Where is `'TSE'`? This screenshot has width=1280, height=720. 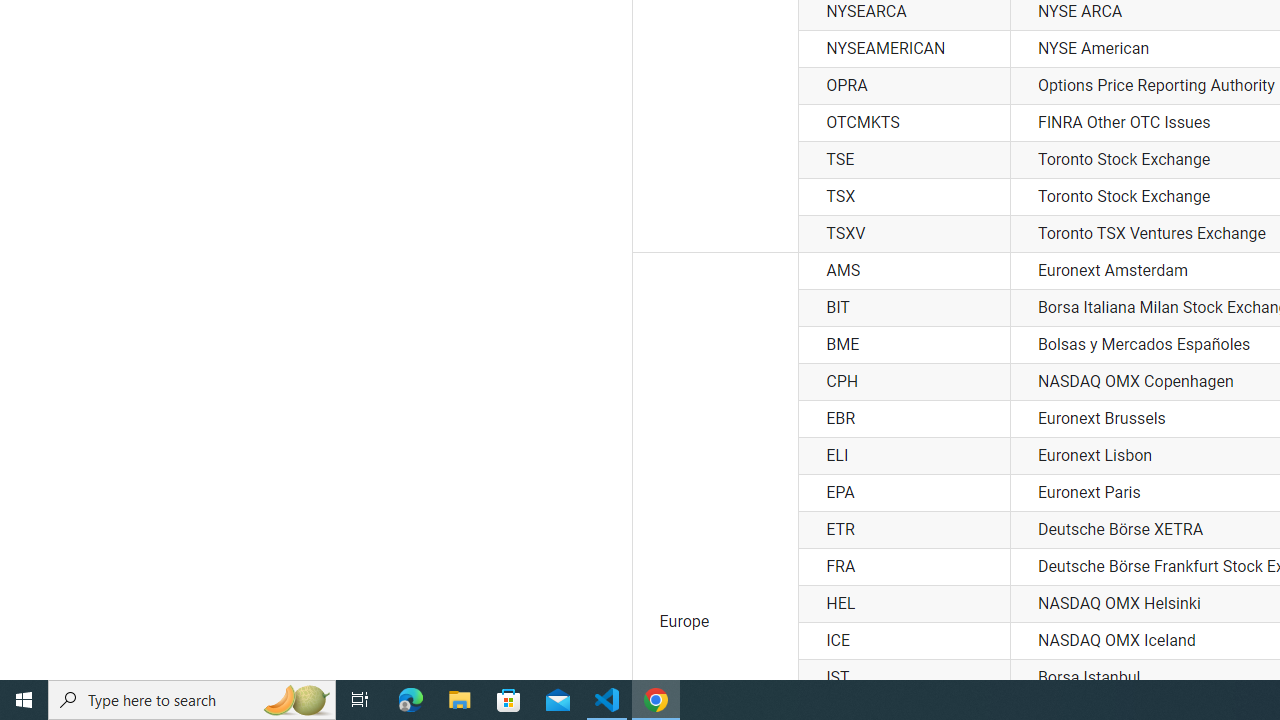
'TSE' is located at coordinates (903, 159).